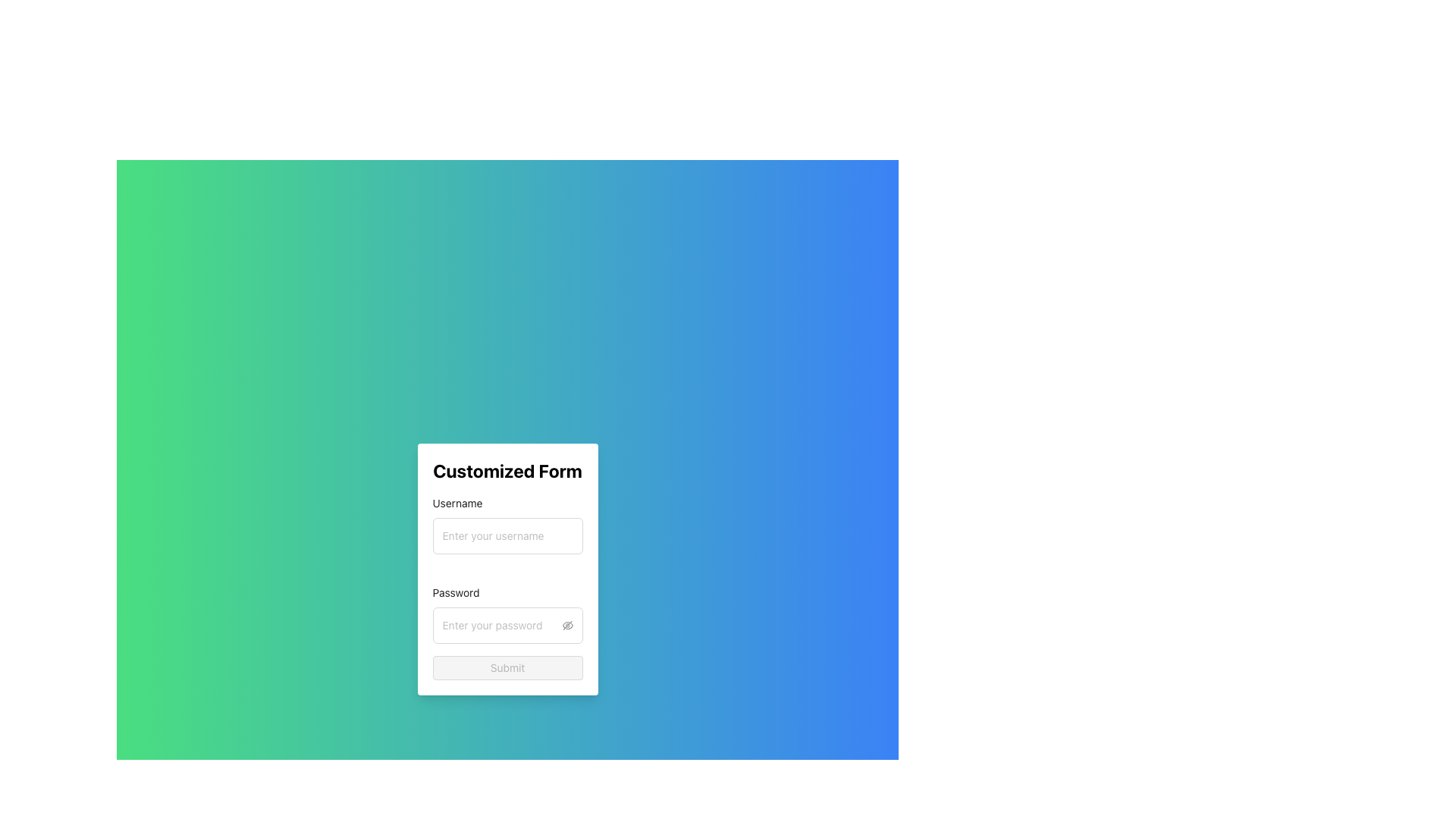 Image resolution: width=1456 pixels, height=819 pixels. Describe the element at coordinates (500, 626) in the screenshot. I see `the password input field located below the 'Password' label in the middle section of the form` at that location.